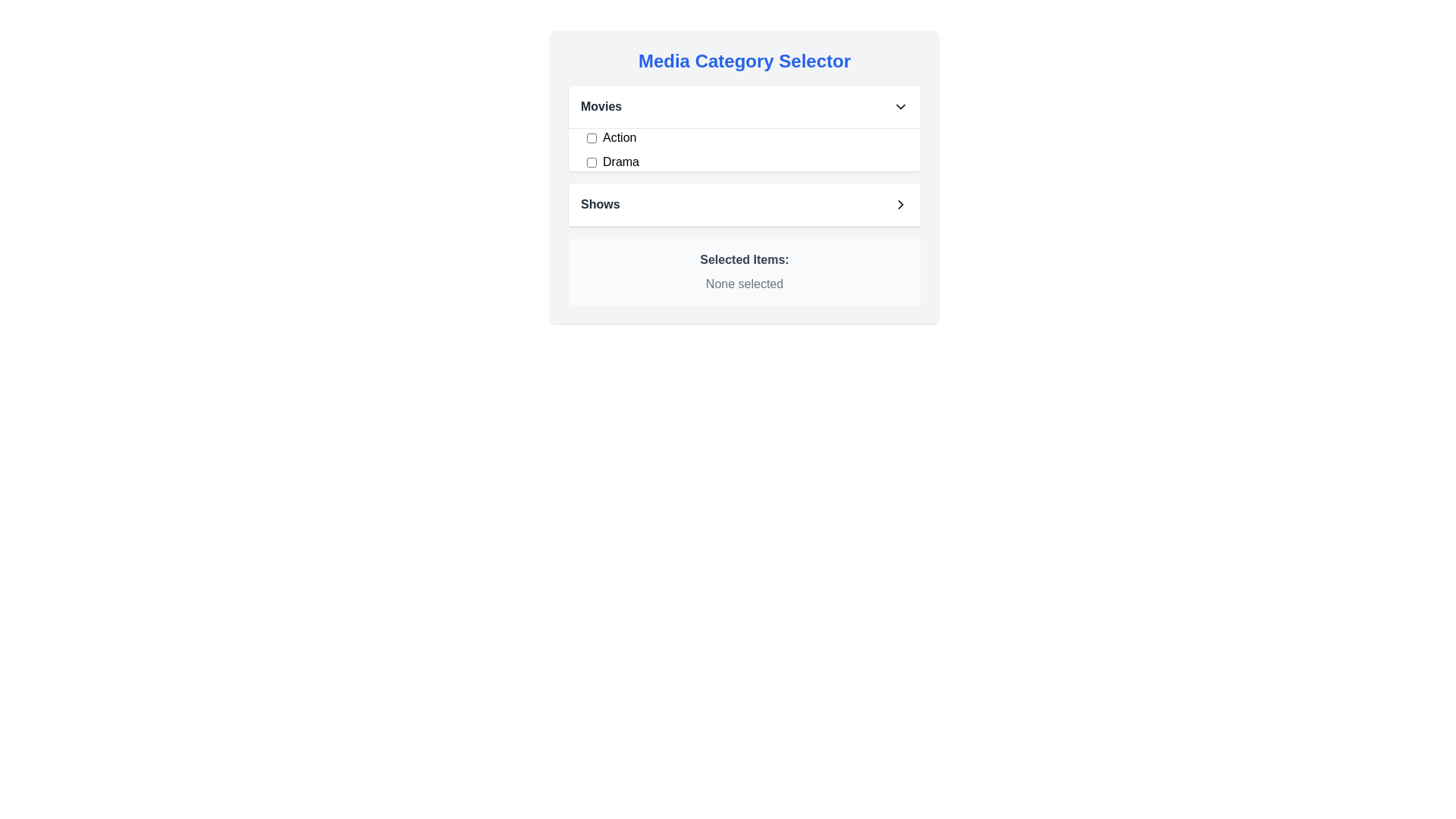  What do you see at coordinates (745, 149) in the screenshot?
I see `the 'Action' checkbox in the 'Movies' section of the 'Media Category Selector' interface by checking it` at bounding box center [745, 149].